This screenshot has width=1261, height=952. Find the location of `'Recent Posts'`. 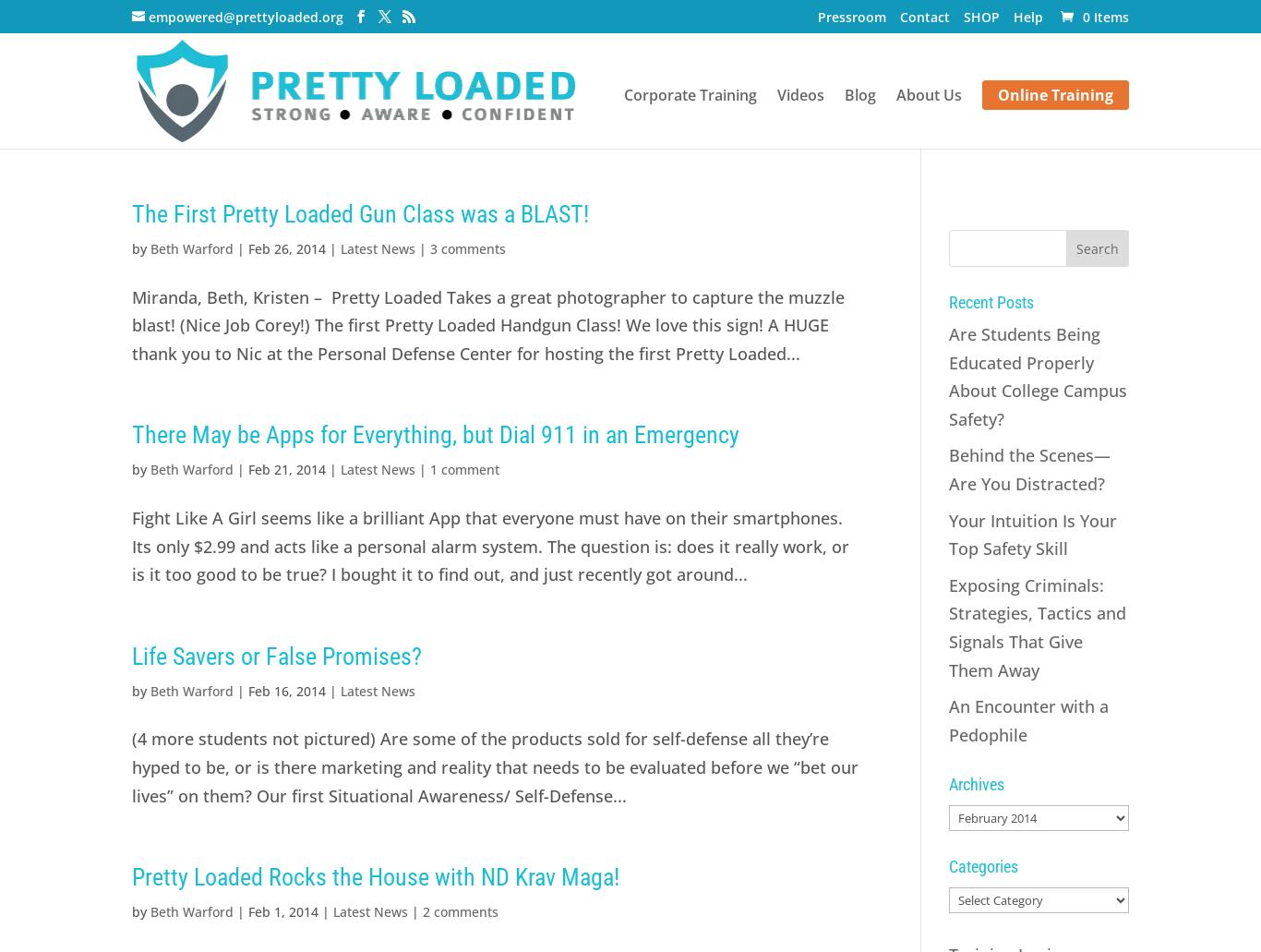

'Recent Posts' is located at coordinates (946, 301).